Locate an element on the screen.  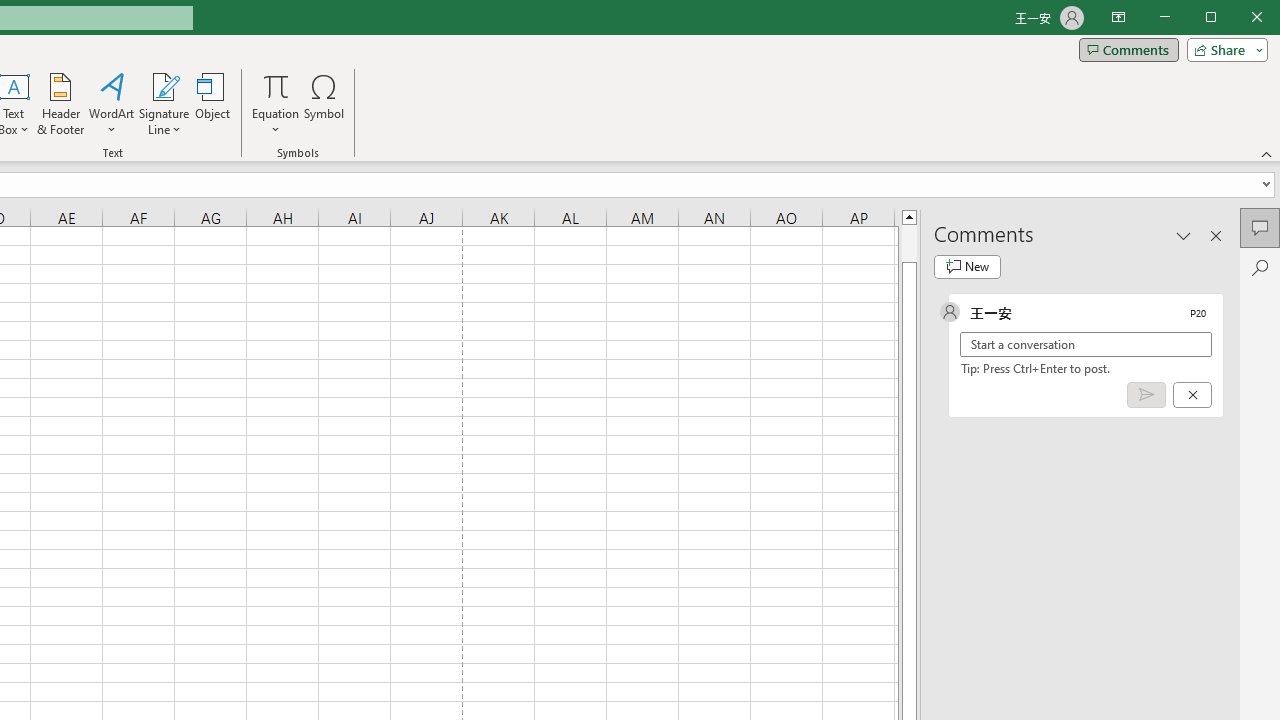
'Symbol...' is located at coordinates (324, 104).